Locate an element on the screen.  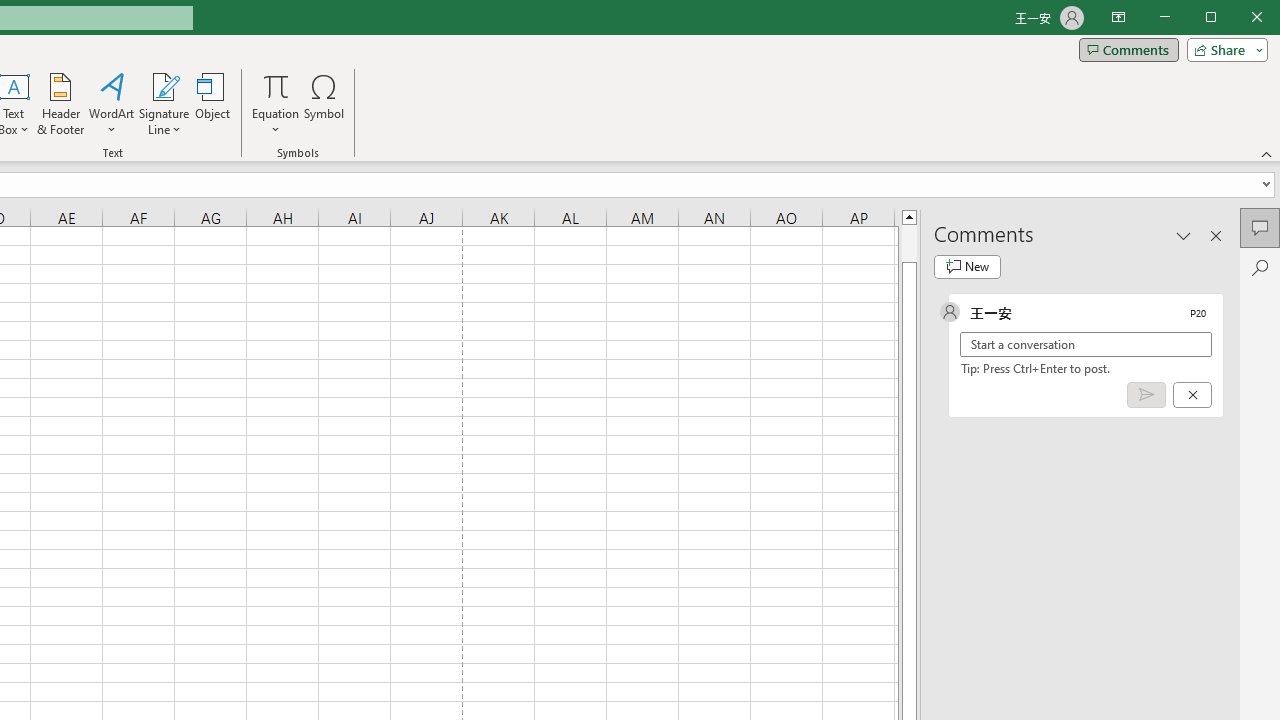
'Symbol...' is located at coordinates (324, 104).